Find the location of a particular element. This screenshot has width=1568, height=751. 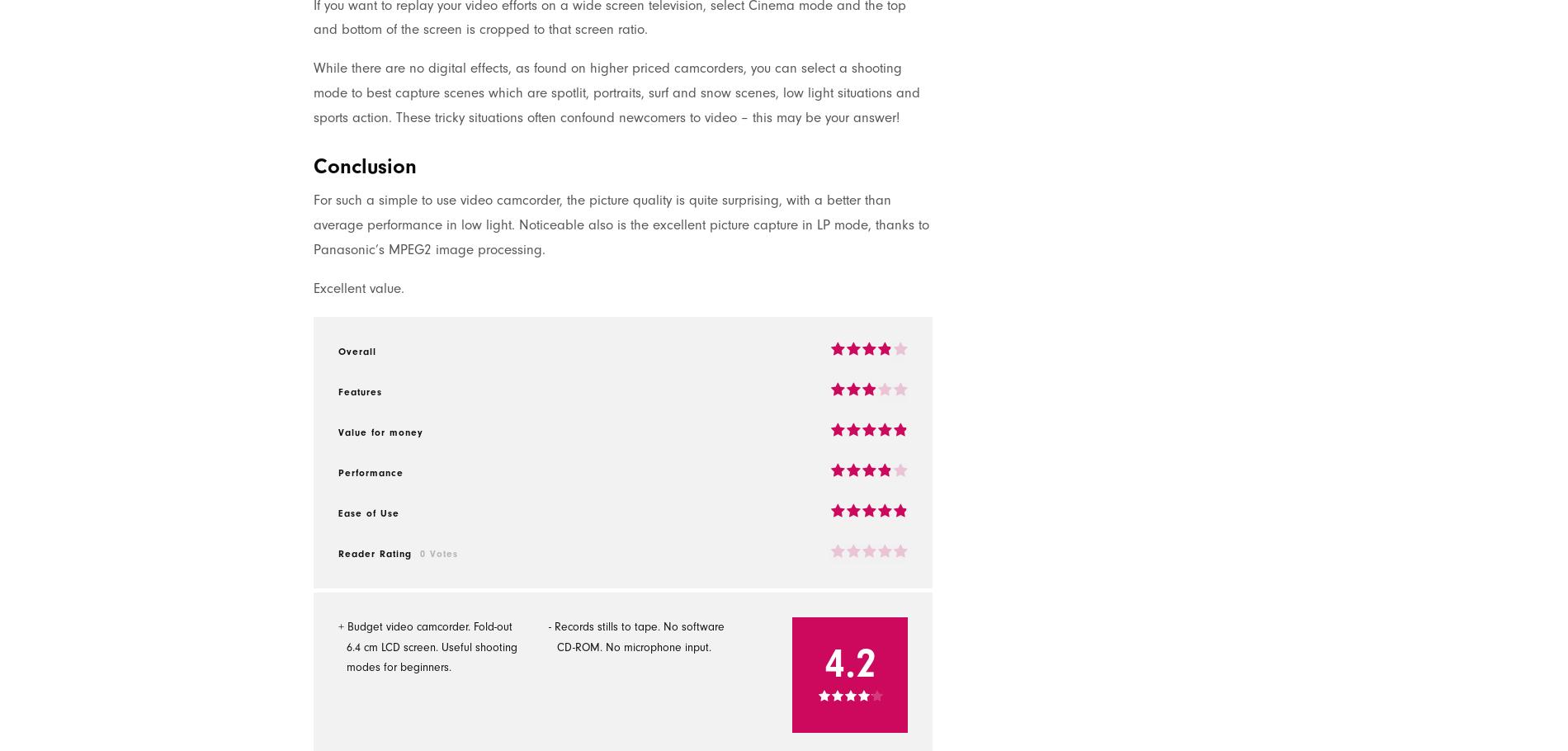

'Reader Rating' is located at coordinates (374, 552).